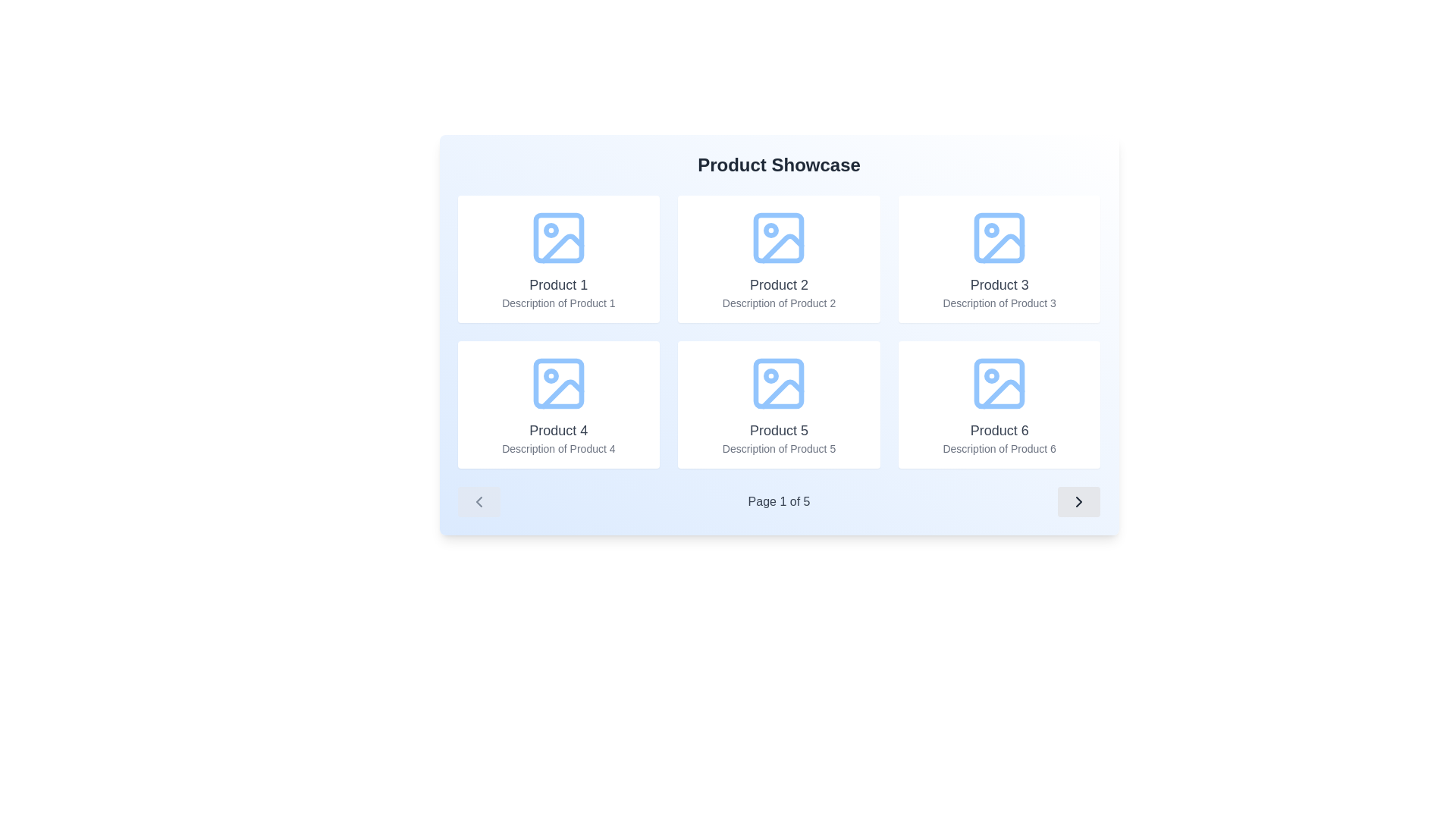 This screenshot has width=1456, height=819. Describe the element at coordinates (999, 237) in the screenshot. I see `the blue outlined image placeholder icon located at the top center of the 'Product 3' box in the grid layout` at that location.